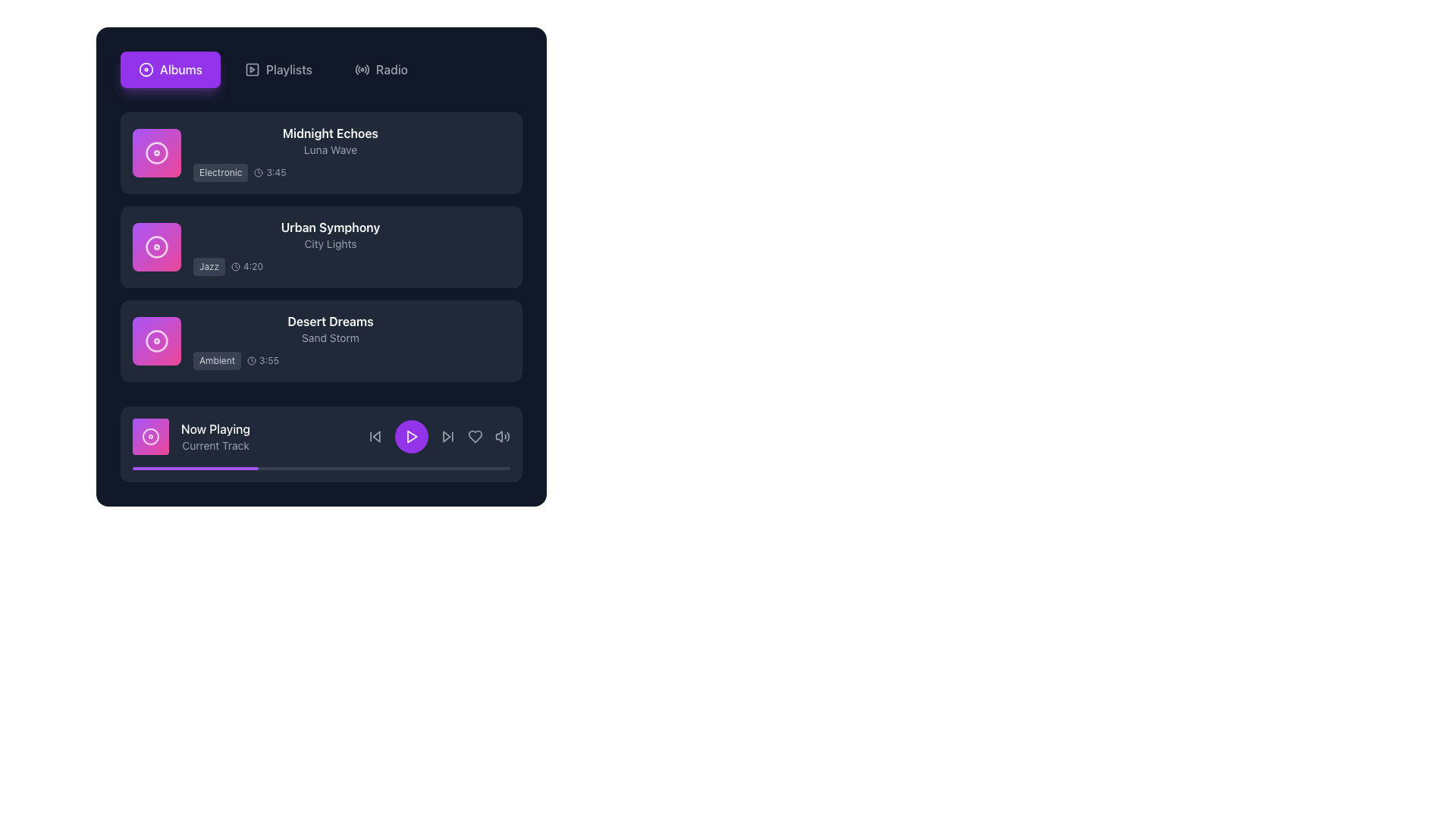 The image size is (1456, 819). I want to click on the progress bar value, so click(186, 467).